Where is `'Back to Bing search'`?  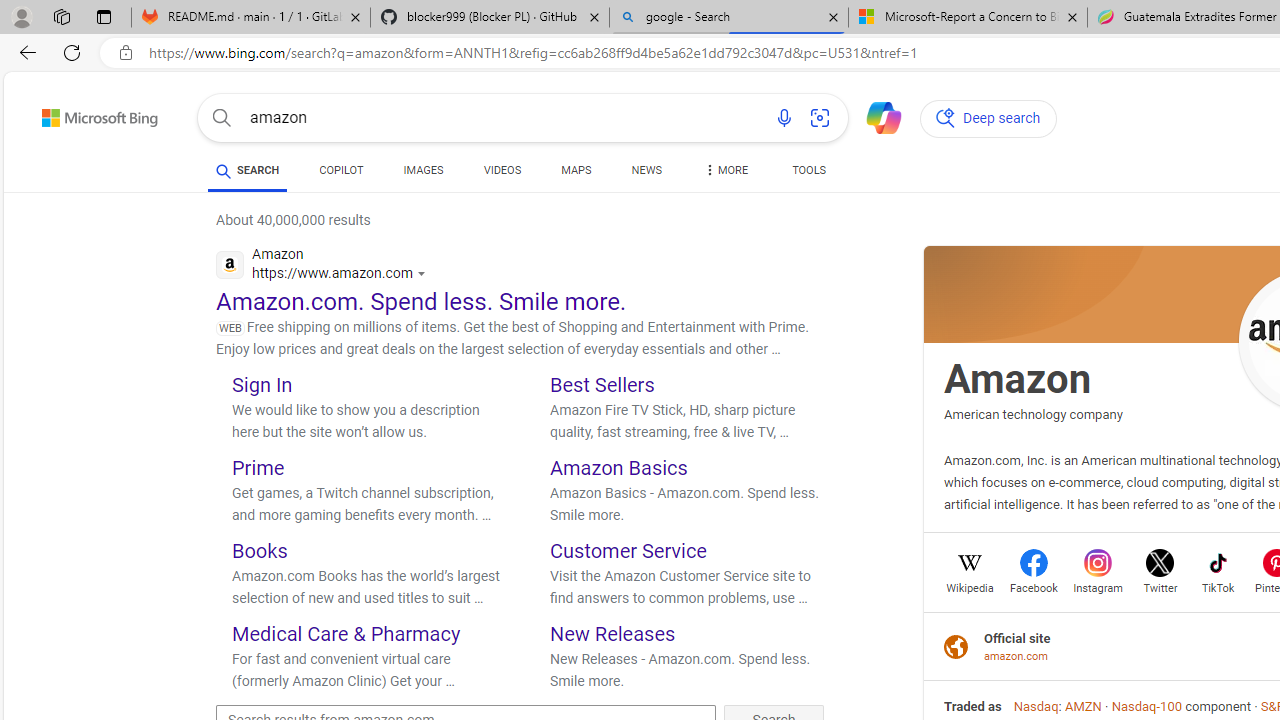 'Back to Bing search' is located at coordinates (86, 114).